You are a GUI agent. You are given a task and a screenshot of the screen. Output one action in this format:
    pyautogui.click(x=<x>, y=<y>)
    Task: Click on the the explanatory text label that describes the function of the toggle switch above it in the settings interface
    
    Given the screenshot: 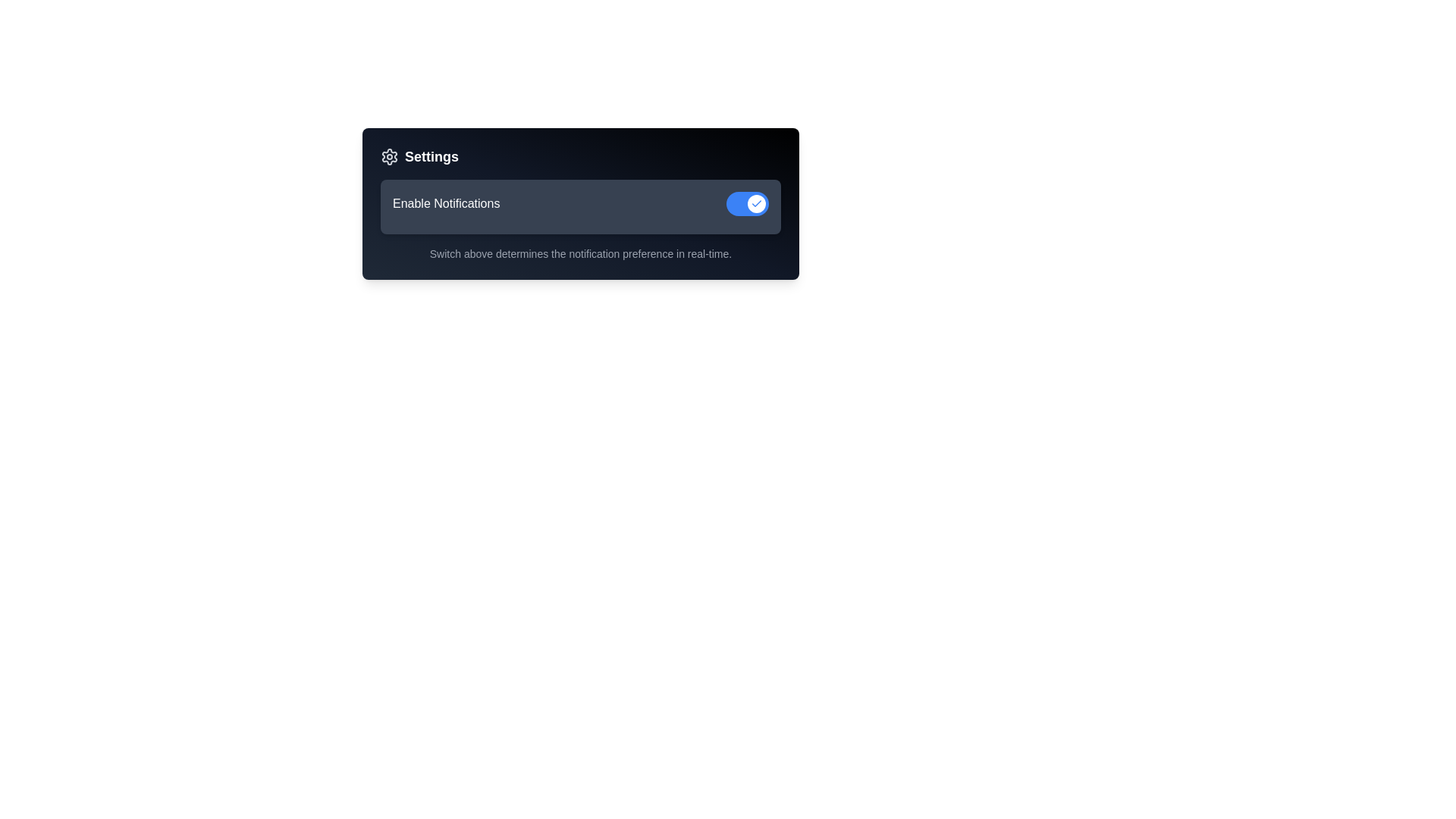 What is the action you would take?
    pyautogui.click(x=580, y=253)
    